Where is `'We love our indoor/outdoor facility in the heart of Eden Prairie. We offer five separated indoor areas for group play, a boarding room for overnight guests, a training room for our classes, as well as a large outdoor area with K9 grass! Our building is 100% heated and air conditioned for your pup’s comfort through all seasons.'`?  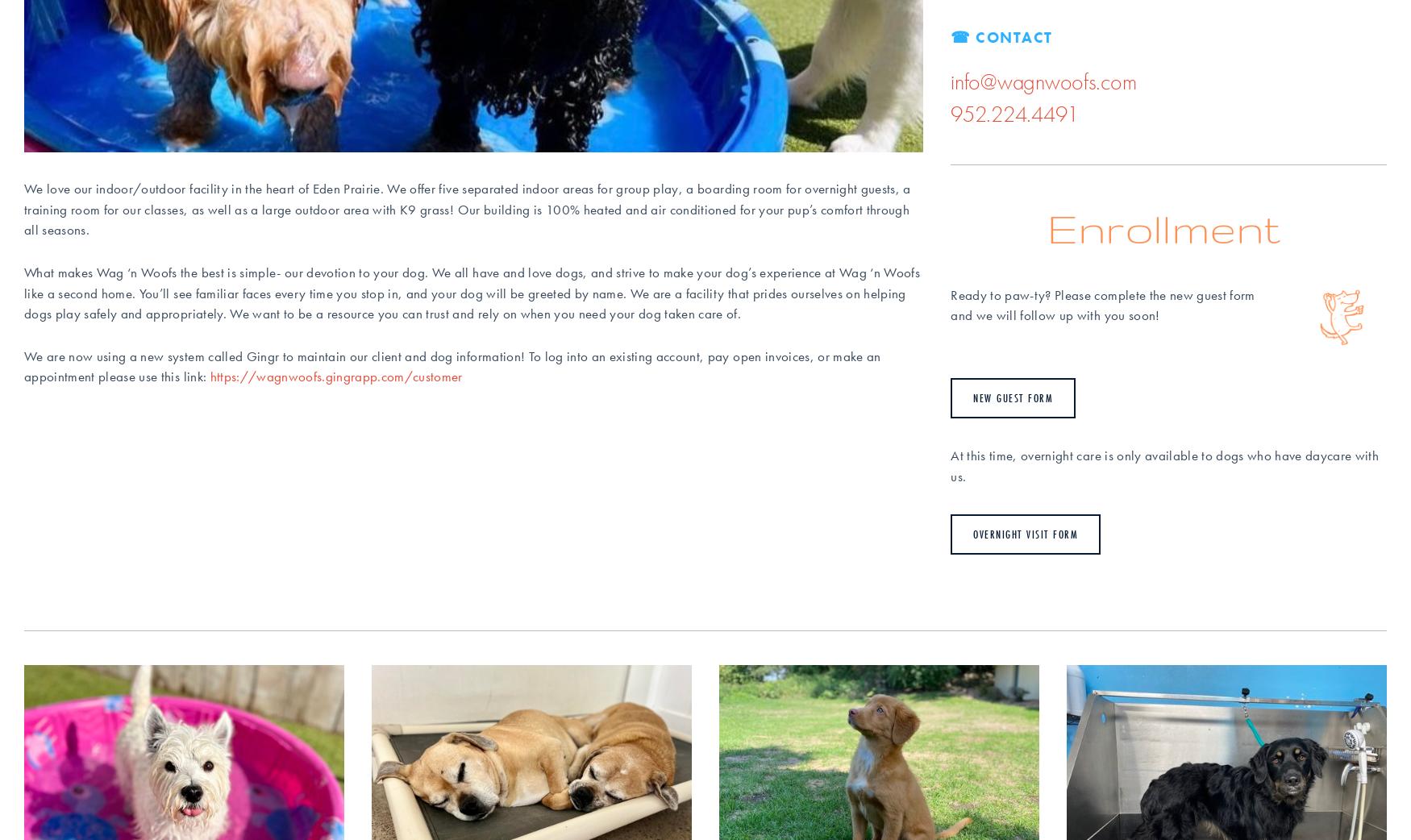
'We love our indoor/outdoor facility in the heart of Eden Prairie. We offer five separated indoor areas for group play, a boarding room for overnight guests, a training room for our classes, as well as a large outdoor area with K9 grass! Our building is 100% heated and air conditioned for your pup’s comfort through all seasons.' is located at coordinates (469, 208).